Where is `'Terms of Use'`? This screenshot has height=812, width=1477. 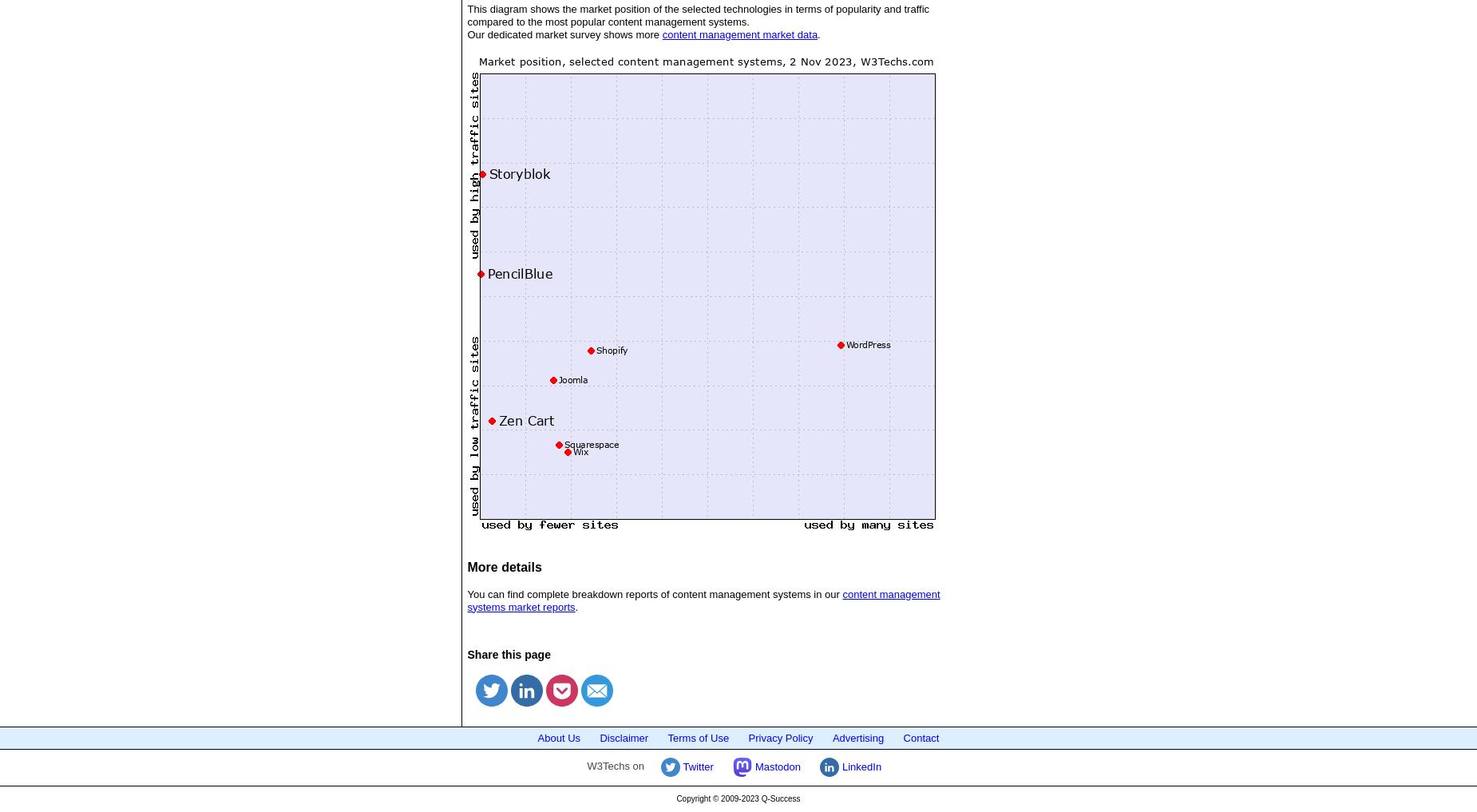 'Terms of Use' is located at coordinates (698, 736).